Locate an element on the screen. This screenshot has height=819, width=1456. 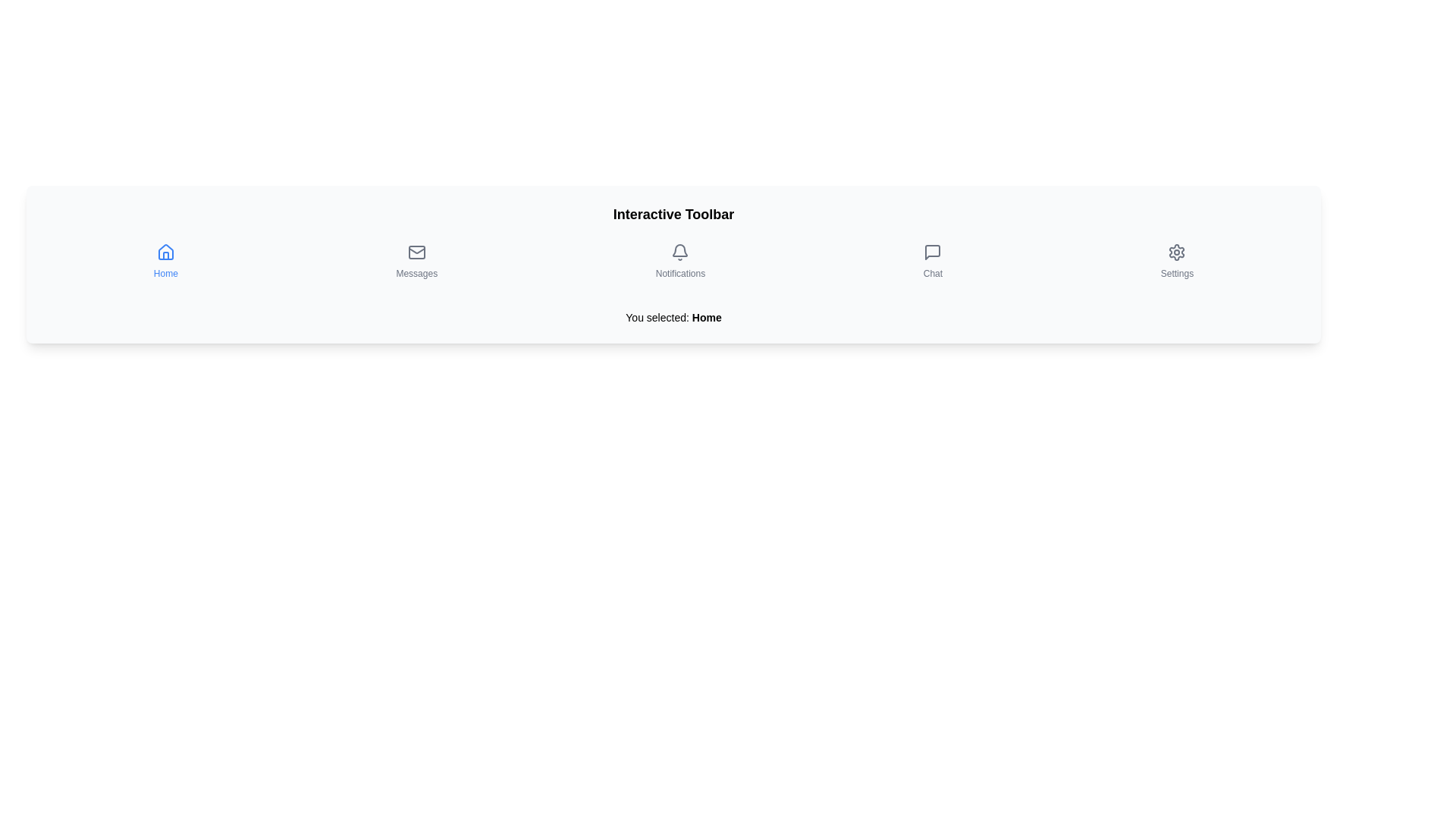
the 'Chat' button in the navigation bar is located at coordinates (932, 260).